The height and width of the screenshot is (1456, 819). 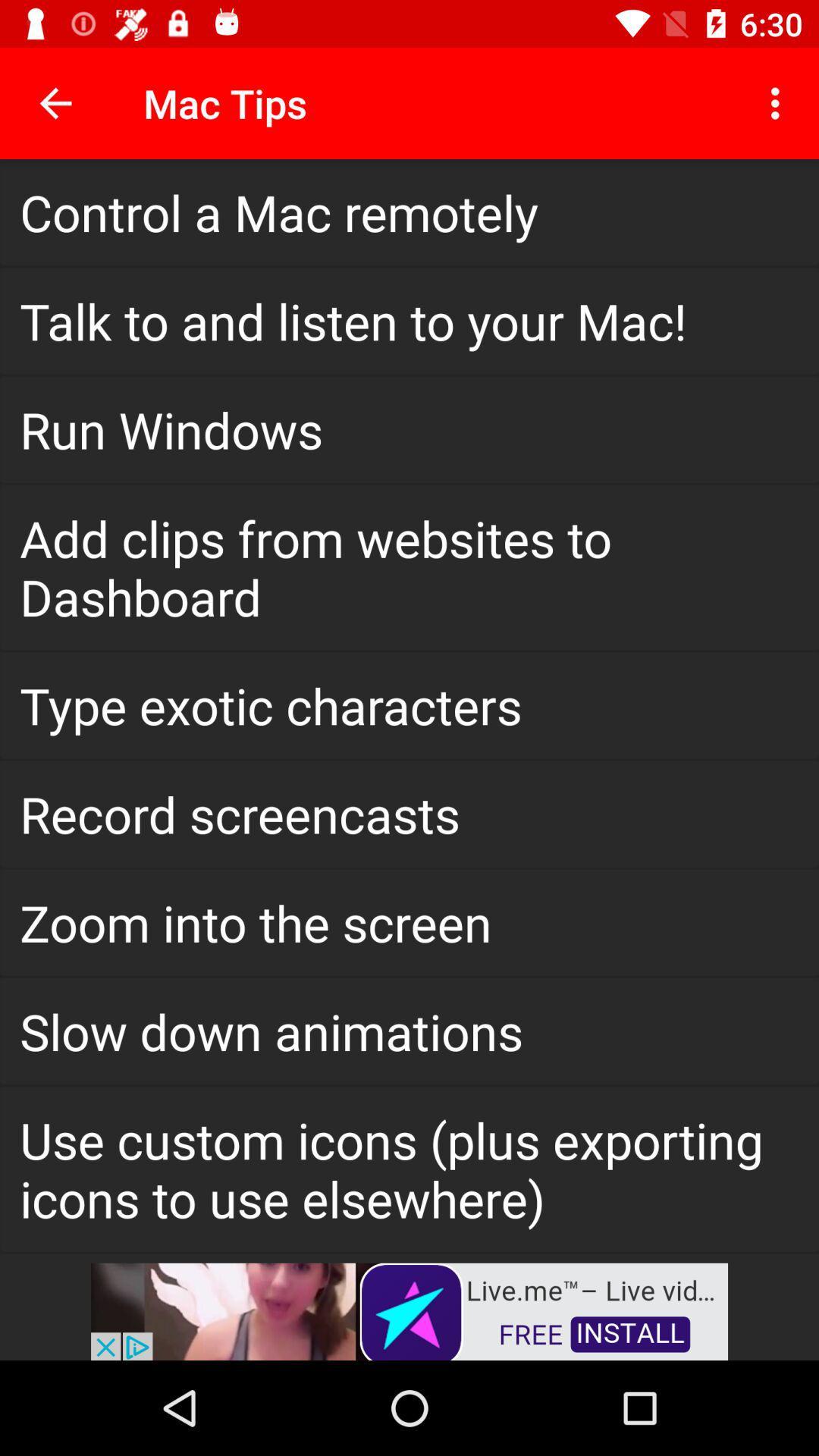 What do you see at coordinates (409, 1310) in the screenshot?
I see `open advertisement` at bounding box center [409, 1310].